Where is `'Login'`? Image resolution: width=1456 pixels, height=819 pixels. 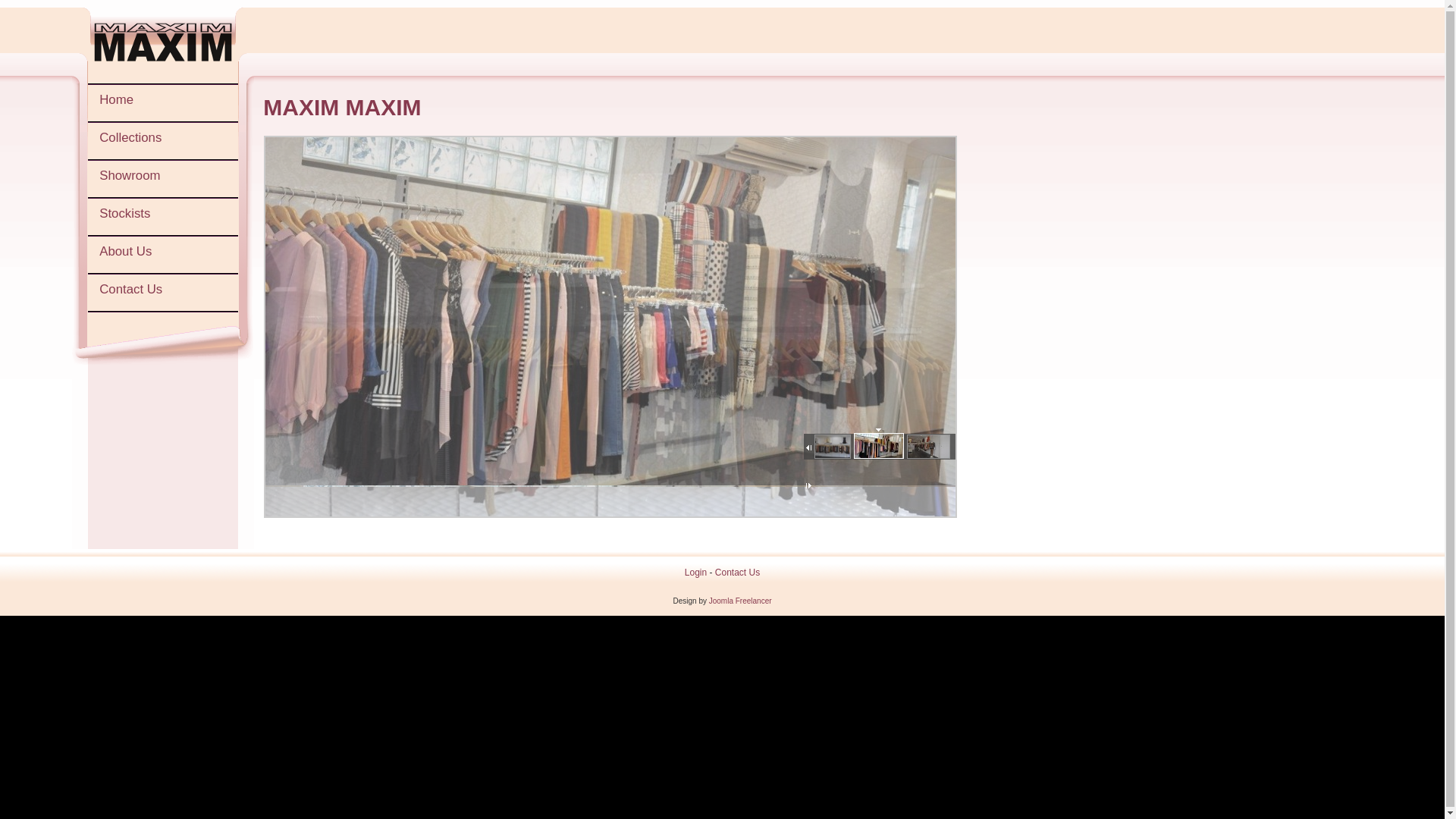
'Login' is located at coordinates (695, 573).